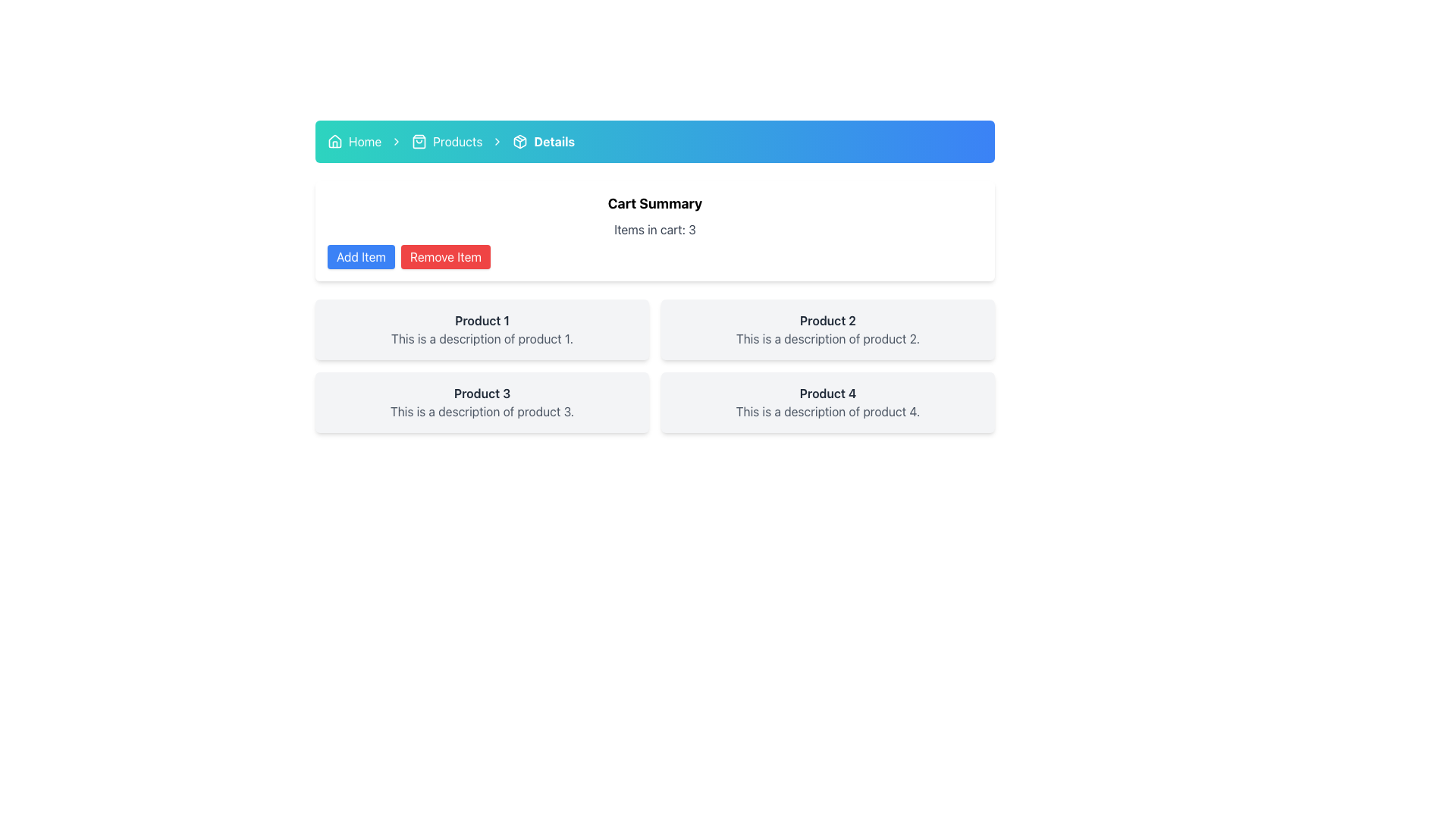  What do you see at coordinates (827, 412) in the screenshot?
I see `description text displayed in gray font stating 'This is a description of product 4.' located below the title 'Product 4' in the product card` at bounding box center [827, 412].